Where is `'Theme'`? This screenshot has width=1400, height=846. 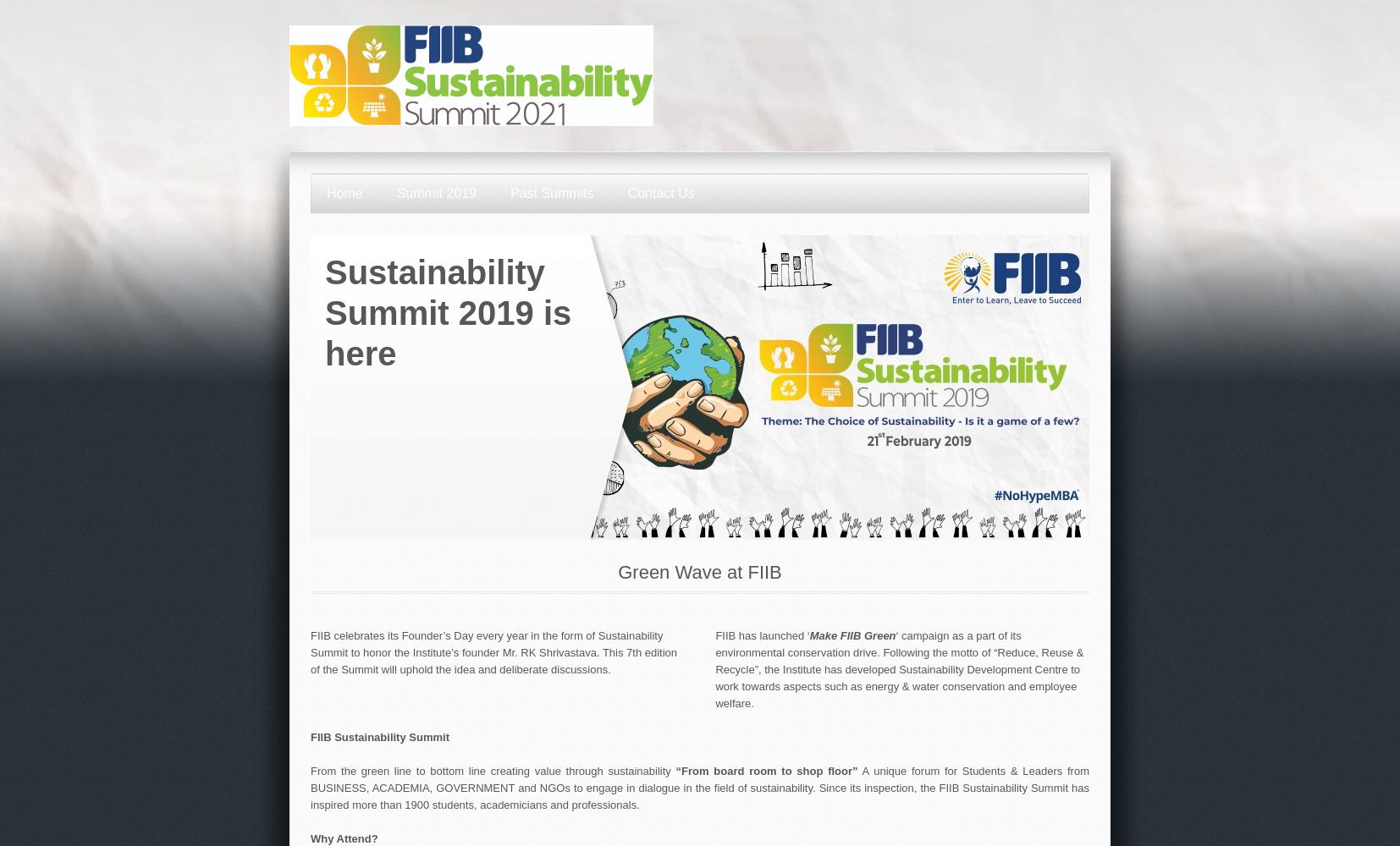 'Theme' is located at coordinates (324, 617).